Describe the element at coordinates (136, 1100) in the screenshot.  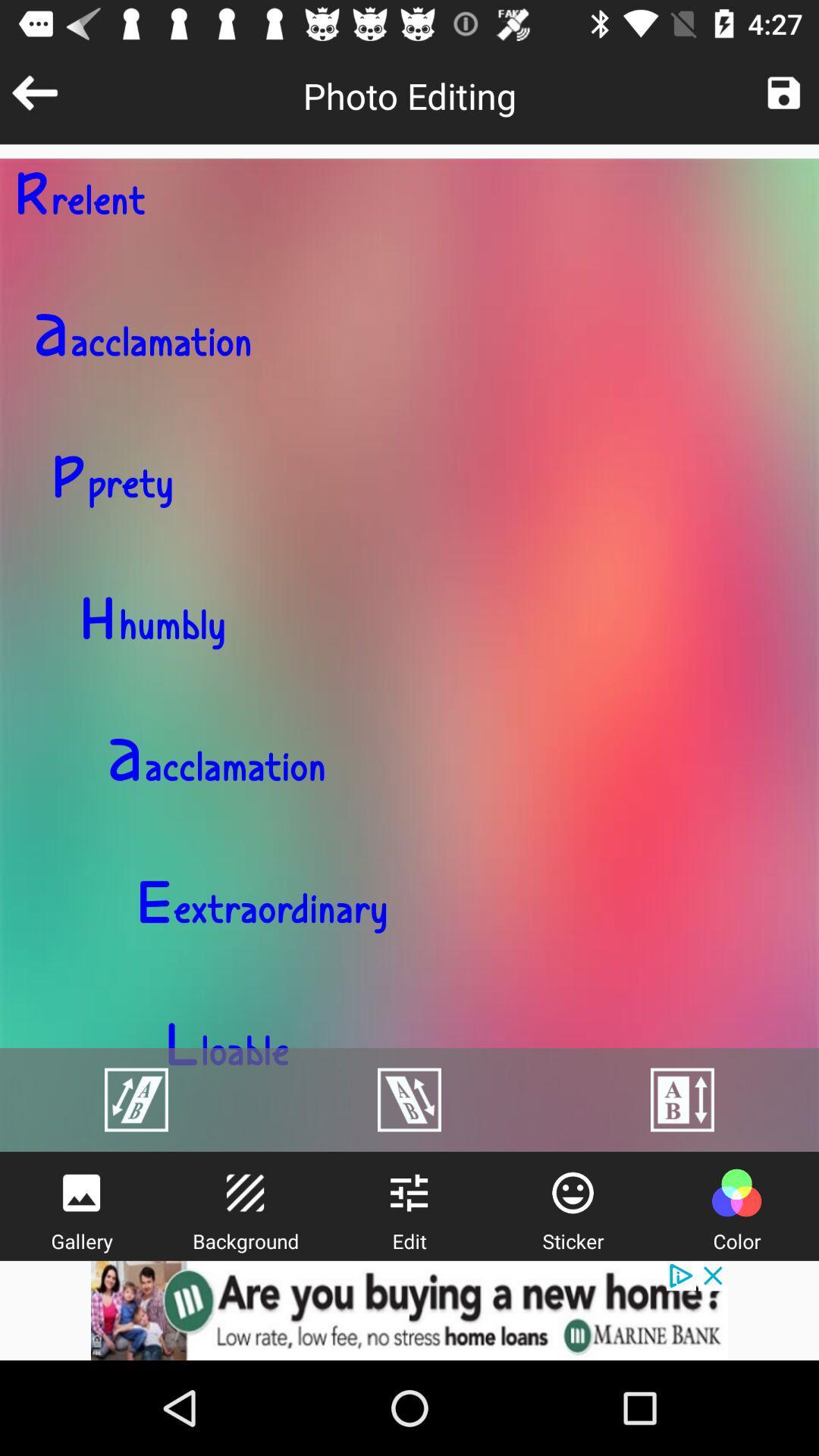
I see `realign text positioning` at that location.